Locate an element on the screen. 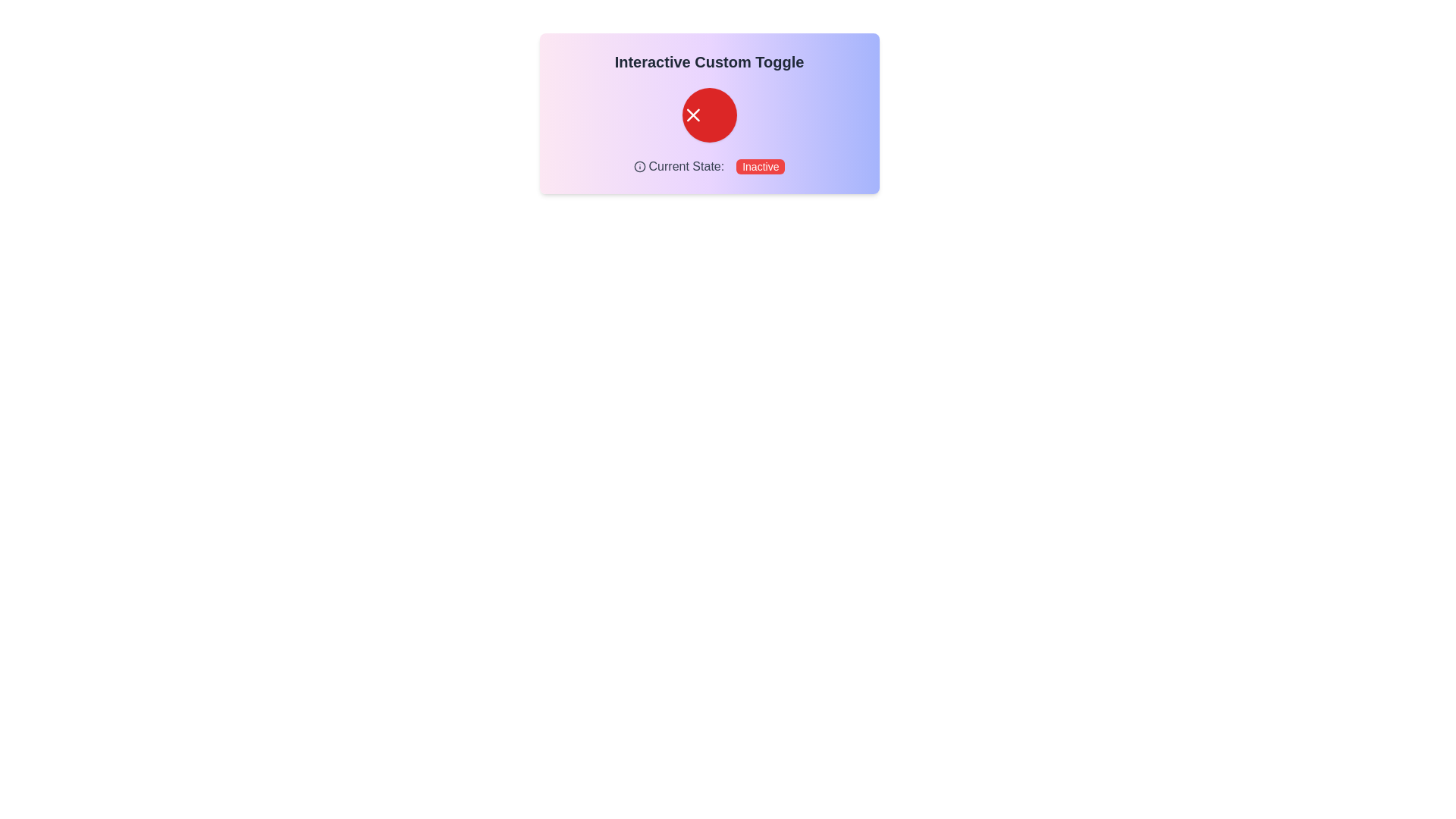 Image resolution: width=1456 pixels, height=819 pixels. the informational text indicating the status of the toggle labeled as 'Inactive', positioned below the red circular button and the text 'Interactive Custom Toggle' is located at coordinates (708, 166).